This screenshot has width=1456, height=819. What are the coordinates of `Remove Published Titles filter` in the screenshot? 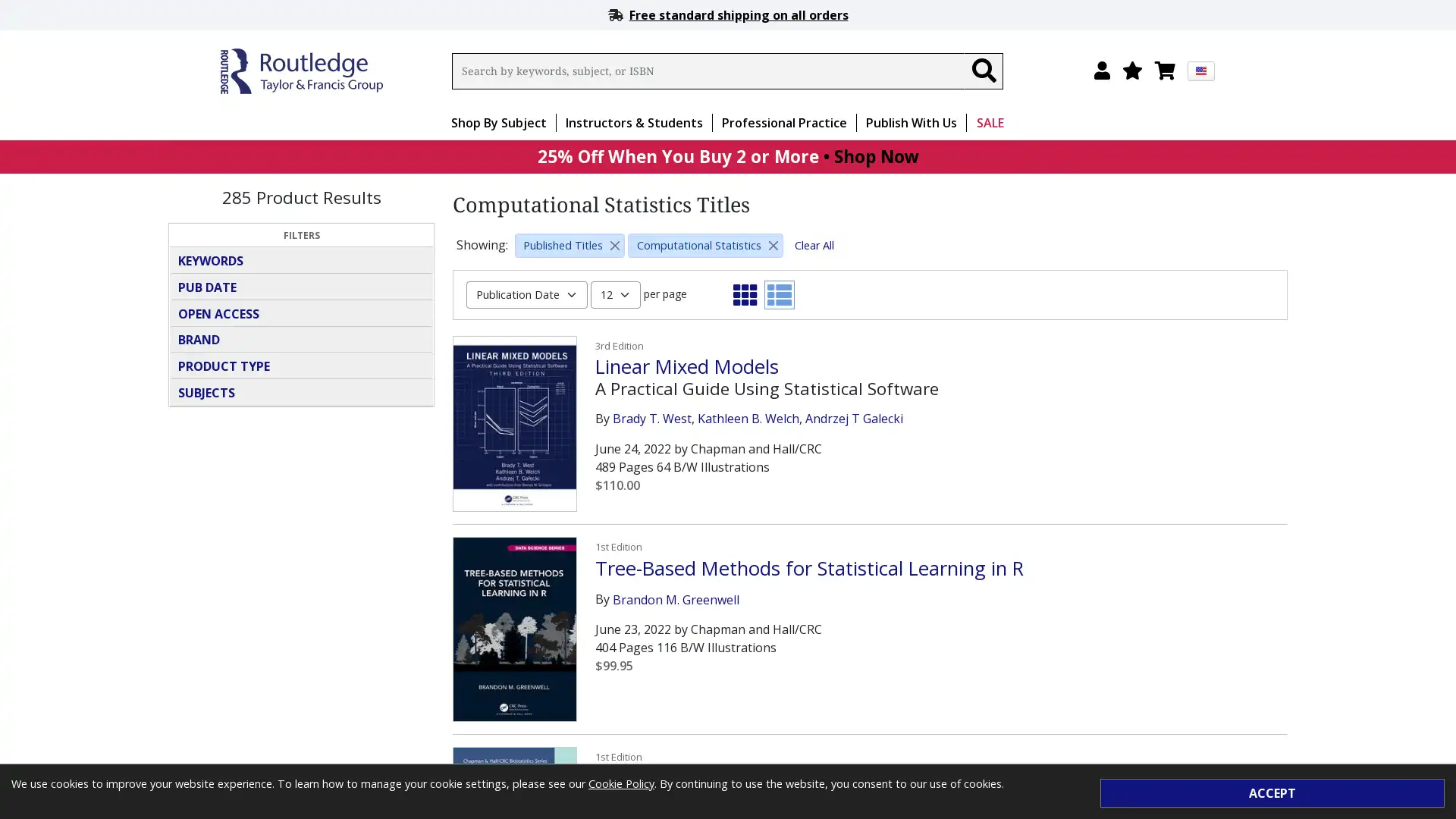 It's located at (615, 244).